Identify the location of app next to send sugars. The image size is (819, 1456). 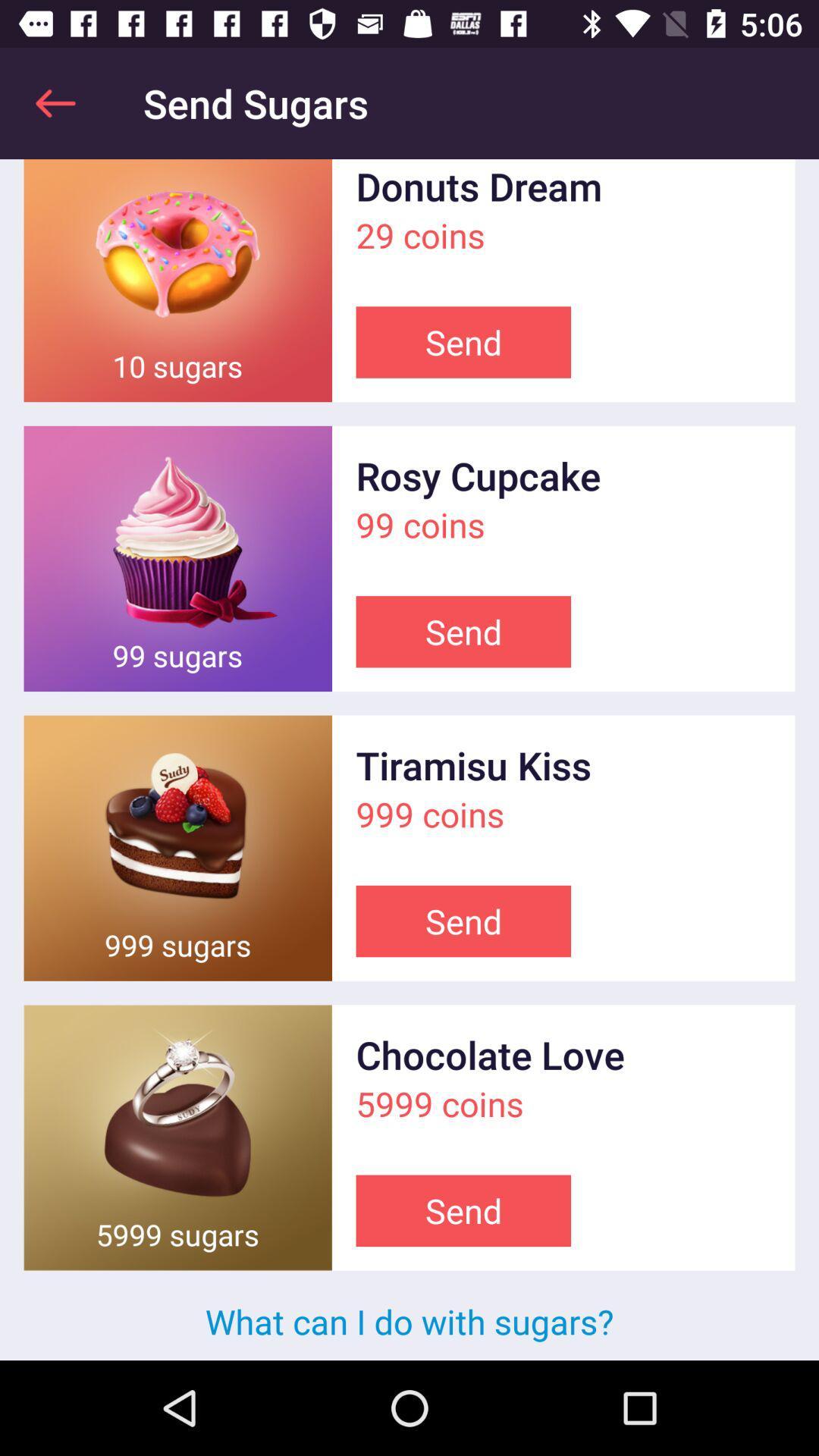
(55, 102).